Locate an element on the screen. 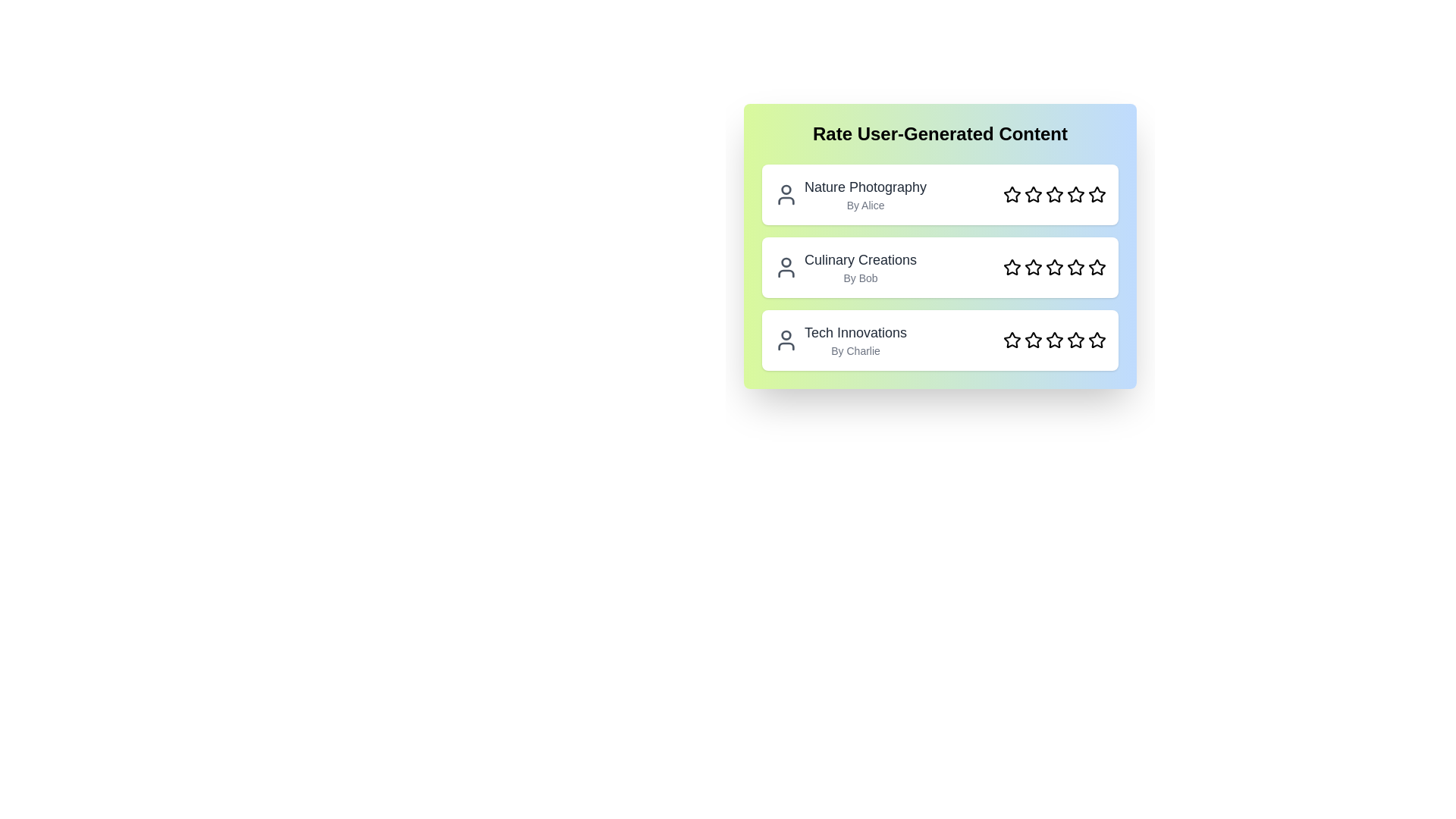 Image resolution: width=1456 pixels, height=819 pixels. the star corresponding to the rating 4 for the content Tech Innovations is located at coordinates (1075, 339).